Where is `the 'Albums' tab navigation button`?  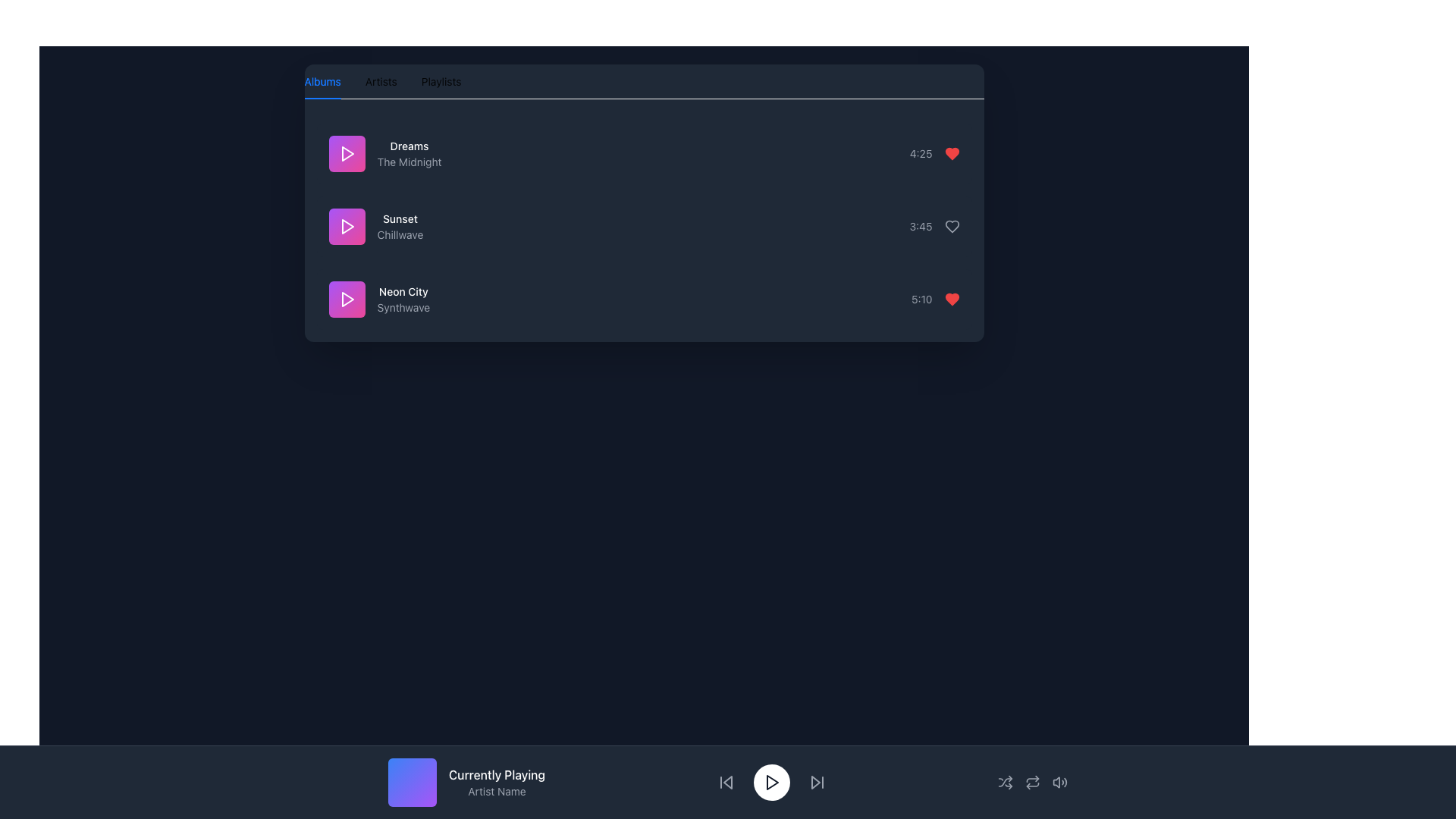 the 'Albums' tab navigation button is located at coordinates (322, 82).